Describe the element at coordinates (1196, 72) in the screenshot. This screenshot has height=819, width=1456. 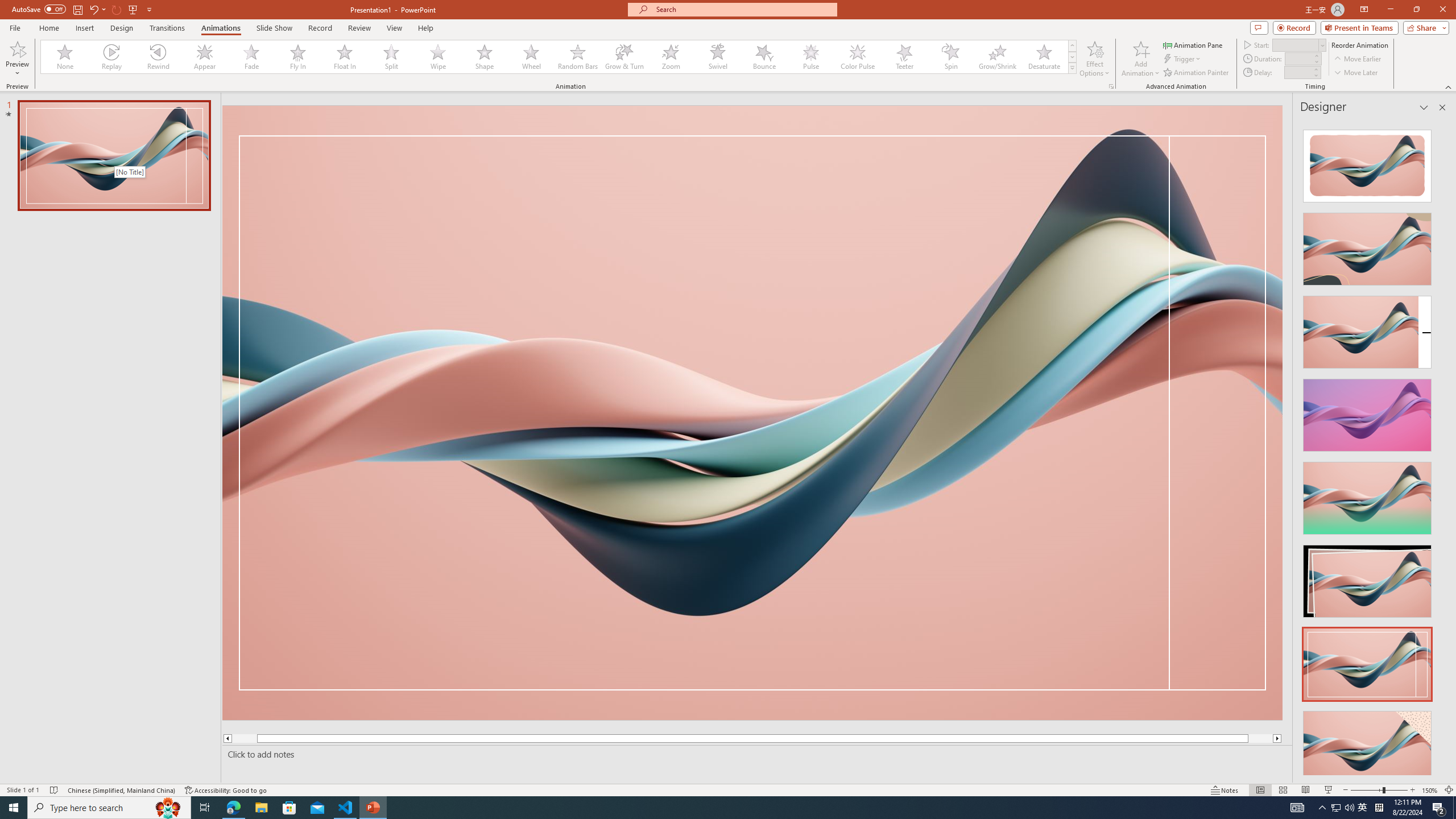
I see `'Animation Painter'` at that location.